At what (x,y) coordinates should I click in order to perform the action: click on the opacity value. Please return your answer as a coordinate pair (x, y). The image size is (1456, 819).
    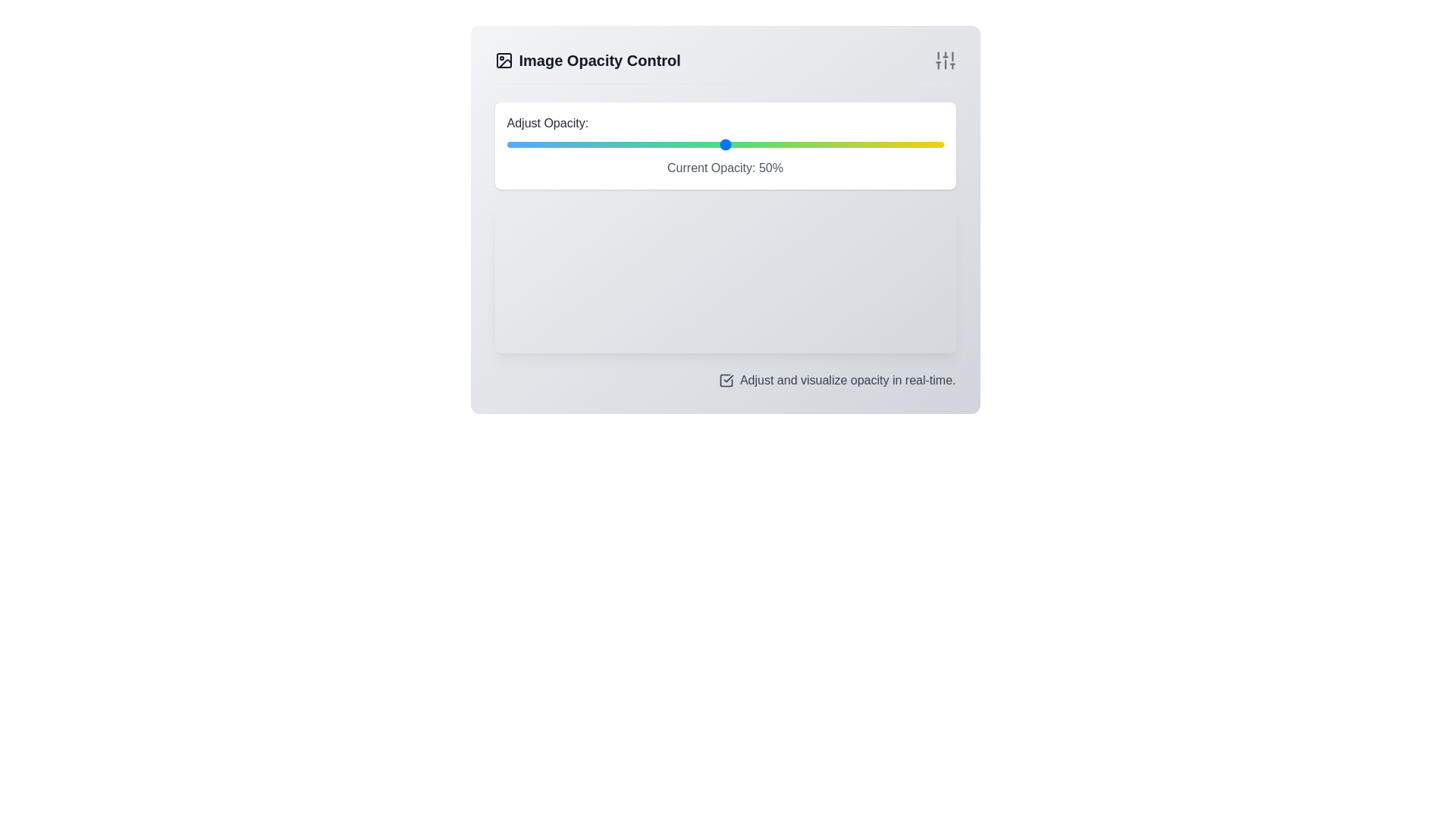
    Looking at the image, I should click on (563, 145).